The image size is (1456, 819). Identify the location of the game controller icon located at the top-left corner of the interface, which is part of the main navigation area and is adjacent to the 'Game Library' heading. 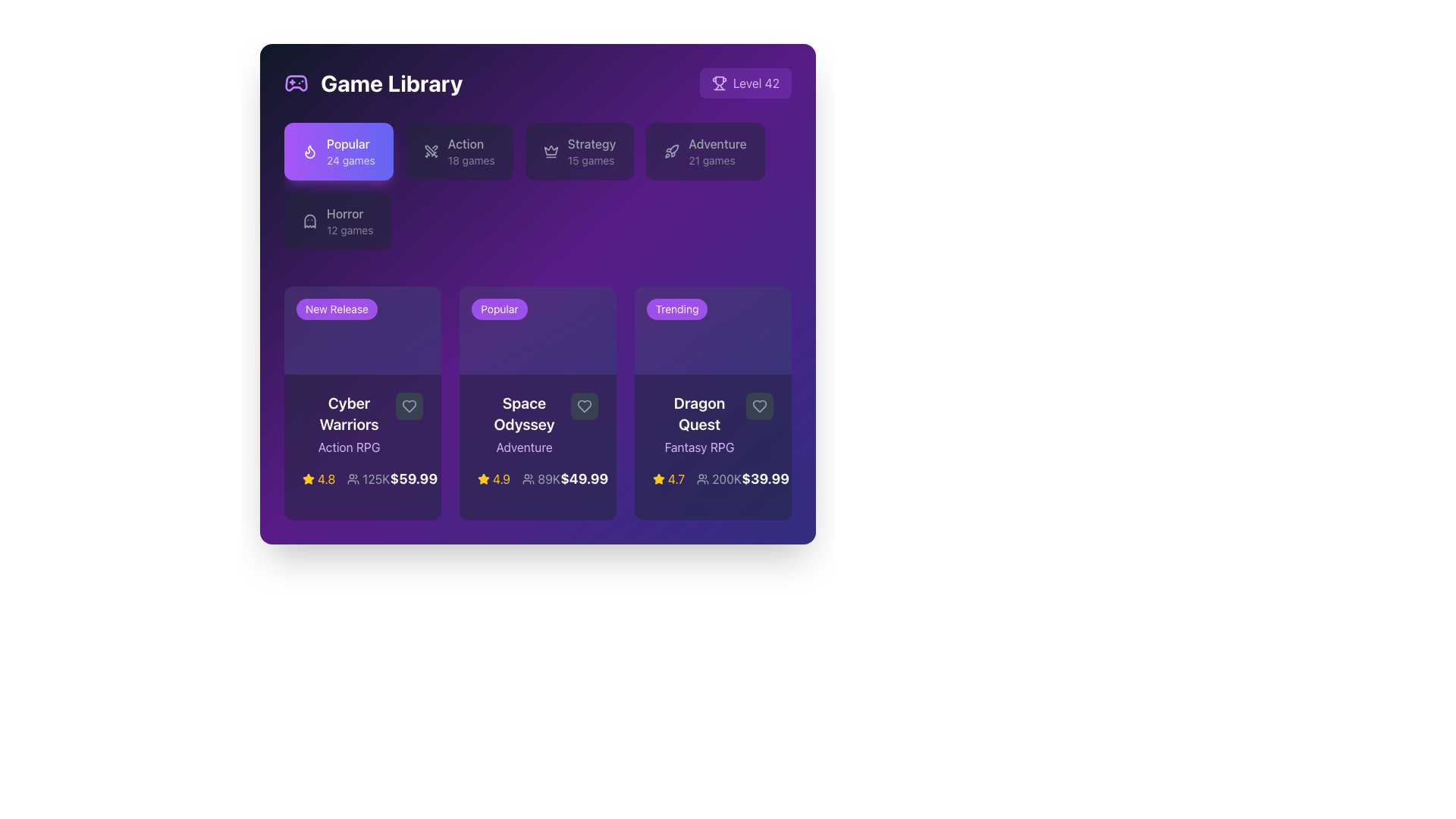
(296, 83).